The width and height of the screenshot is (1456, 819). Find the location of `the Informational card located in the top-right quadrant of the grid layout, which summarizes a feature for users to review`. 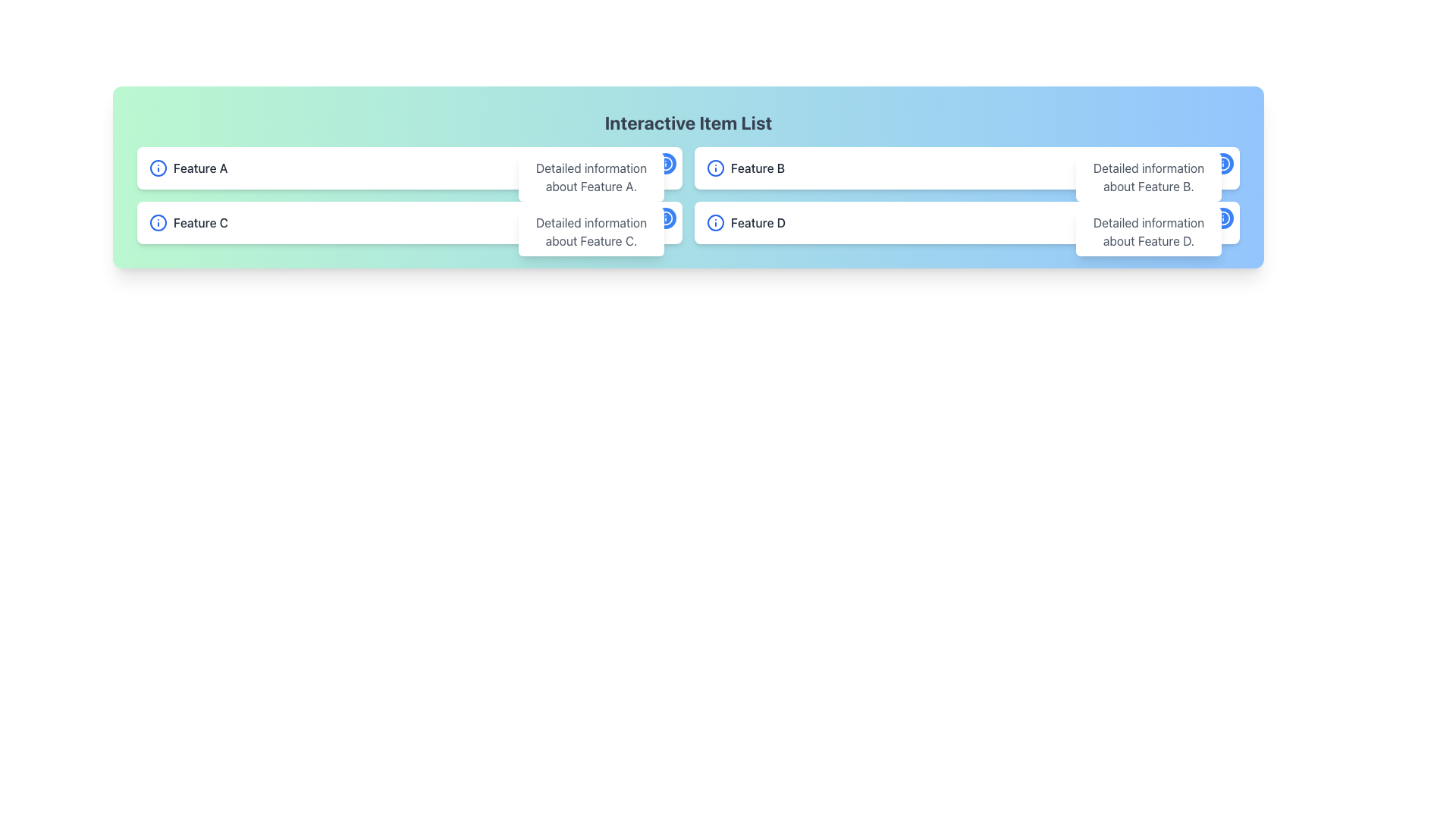

the Informational card located in the top-right quadrant of the grid layout, which summarizes a feature for users to review is located at coordinates (966, 168).